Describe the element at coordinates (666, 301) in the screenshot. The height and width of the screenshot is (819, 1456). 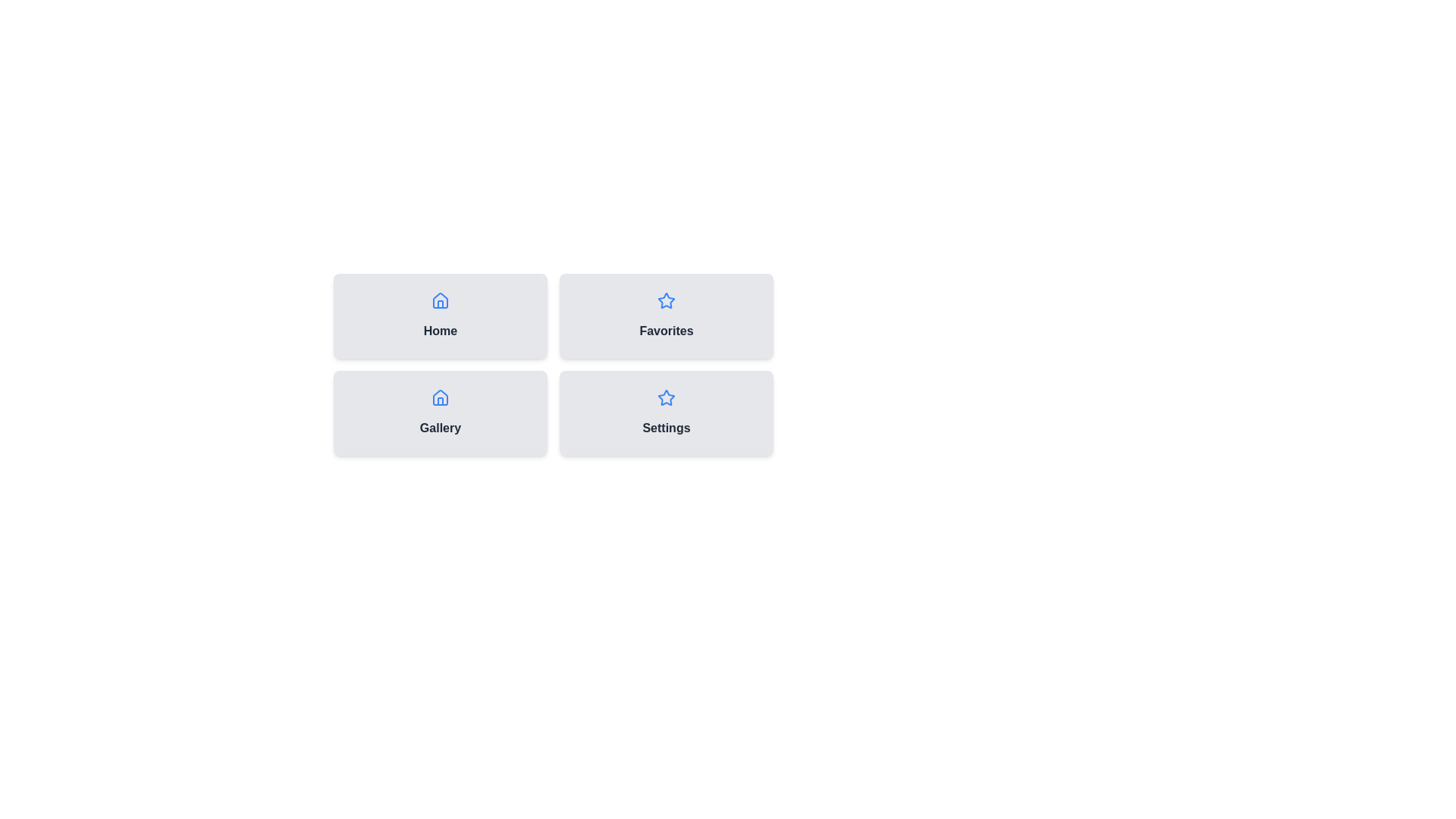
I see `the blue star icon with a hollow center located on the 'Favorites' card in the top-right region of the interface` at that location.